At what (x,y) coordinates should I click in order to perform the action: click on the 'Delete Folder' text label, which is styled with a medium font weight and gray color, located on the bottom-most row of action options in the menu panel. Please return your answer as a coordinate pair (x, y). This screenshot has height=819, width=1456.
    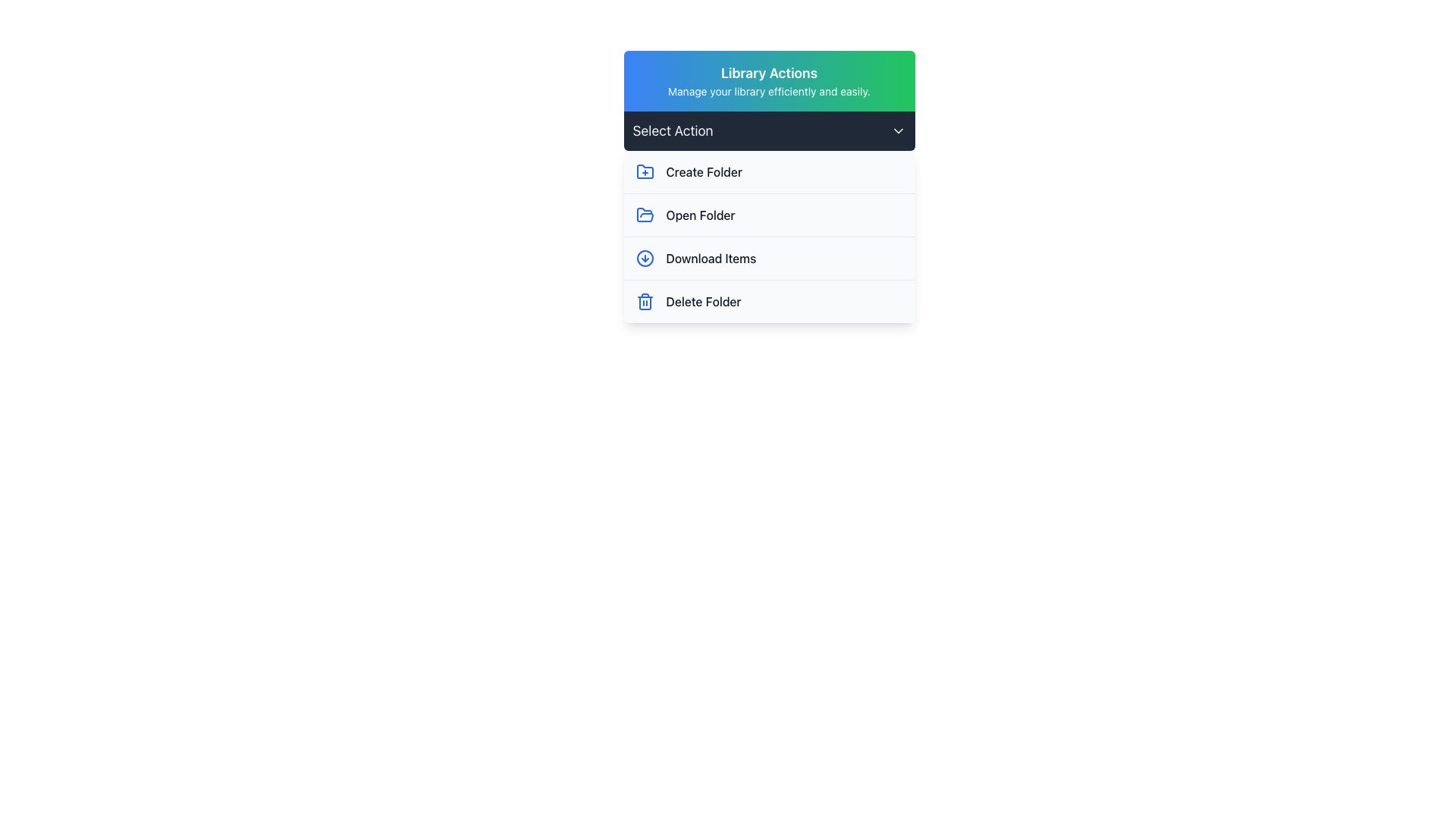
    Looking at the image, I should click on (703, 301).